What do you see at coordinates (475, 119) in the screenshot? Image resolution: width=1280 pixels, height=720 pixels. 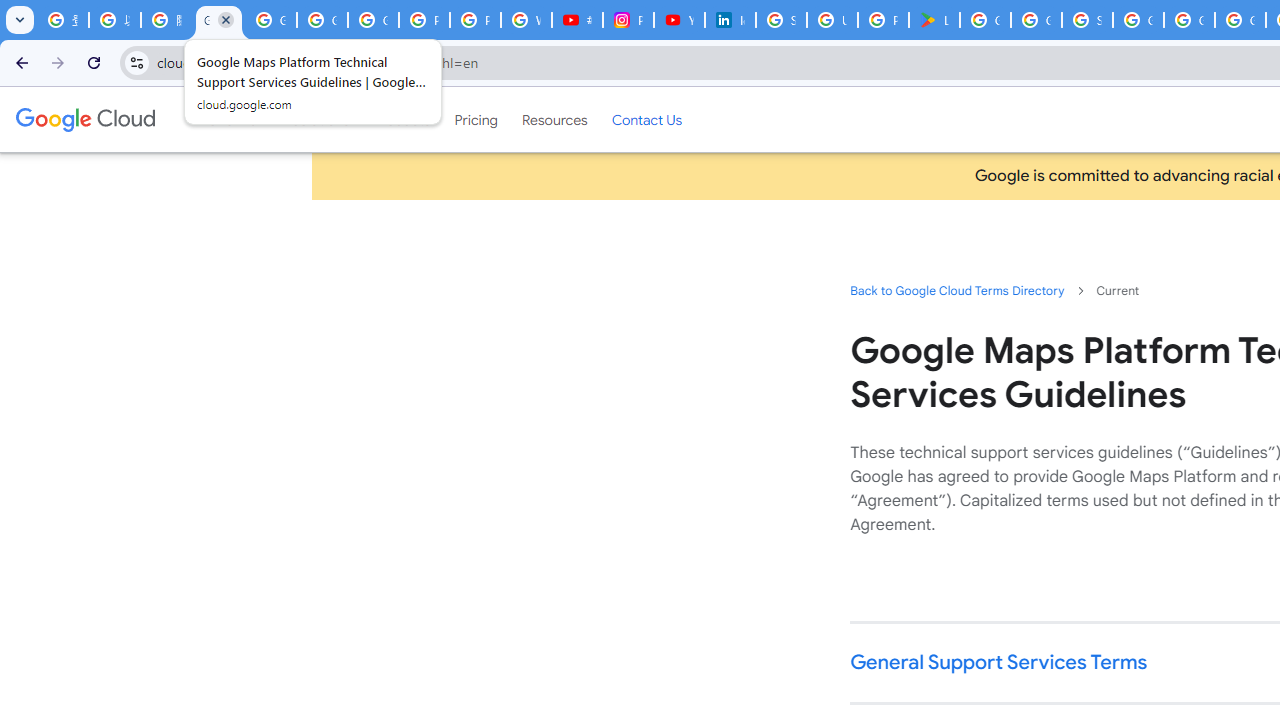 I see `'Pricing'` at bounding box center [475, 119].